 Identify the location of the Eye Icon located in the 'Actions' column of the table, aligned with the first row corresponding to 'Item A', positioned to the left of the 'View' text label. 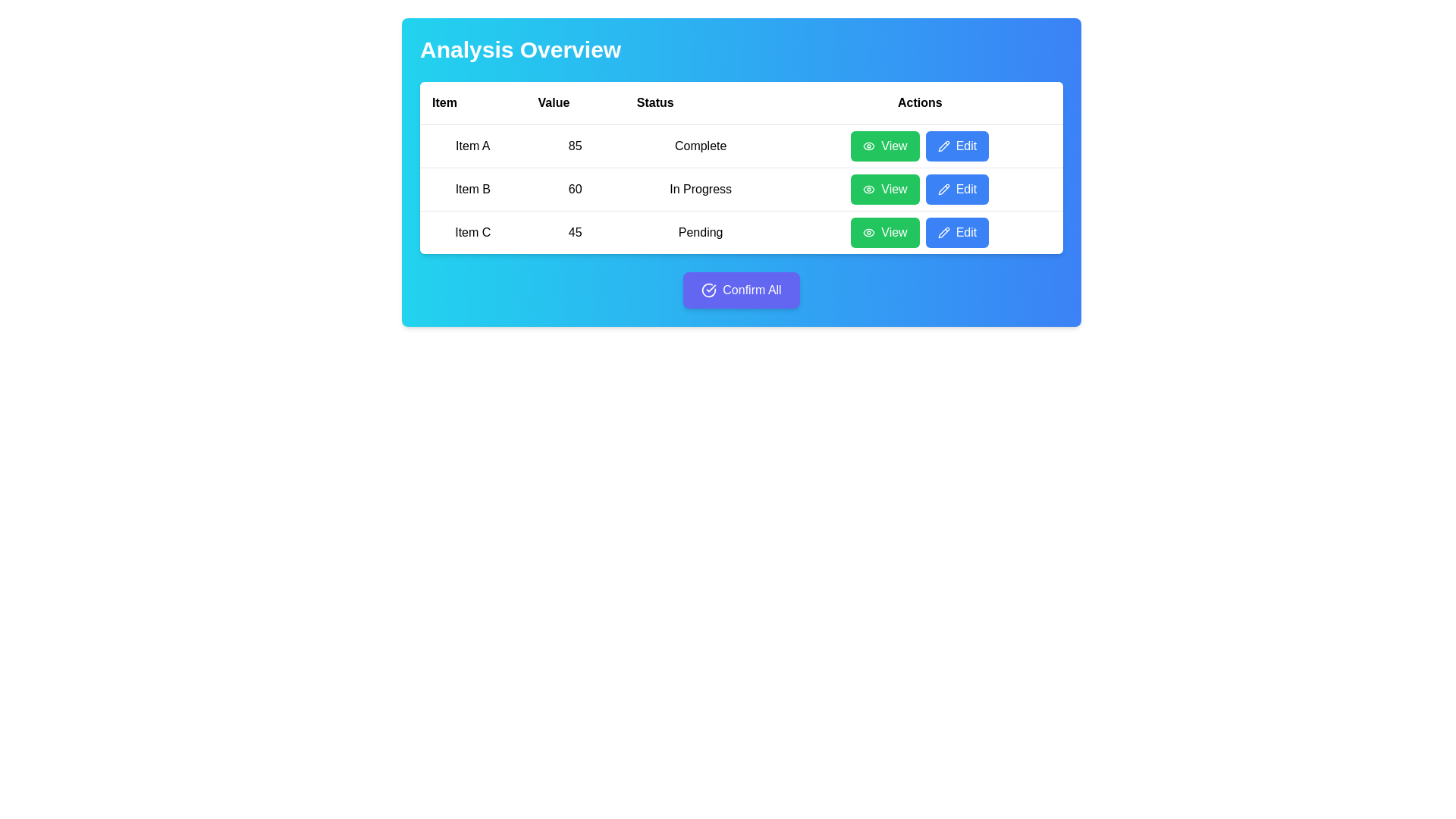
(869, 146).